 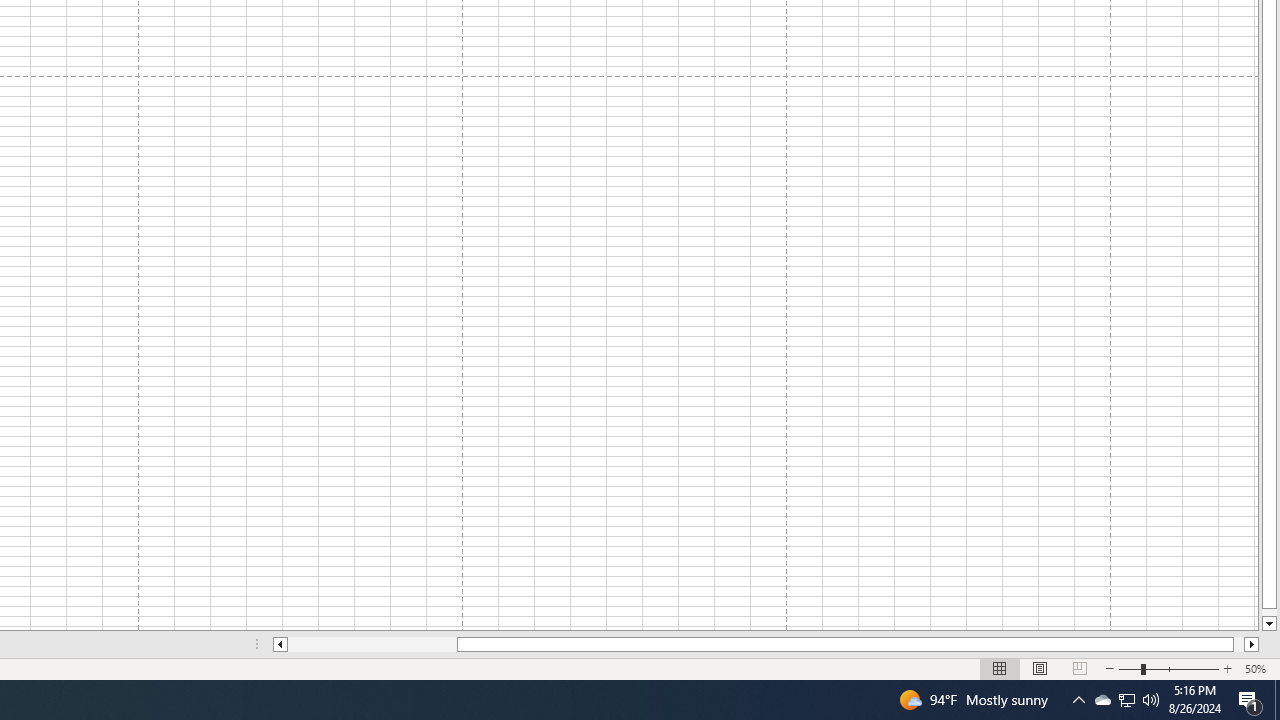 What do you see at coordinates (1226, 669) in the screenshot?
I see `'Zoom In'` at bounding box center [1226, 669].